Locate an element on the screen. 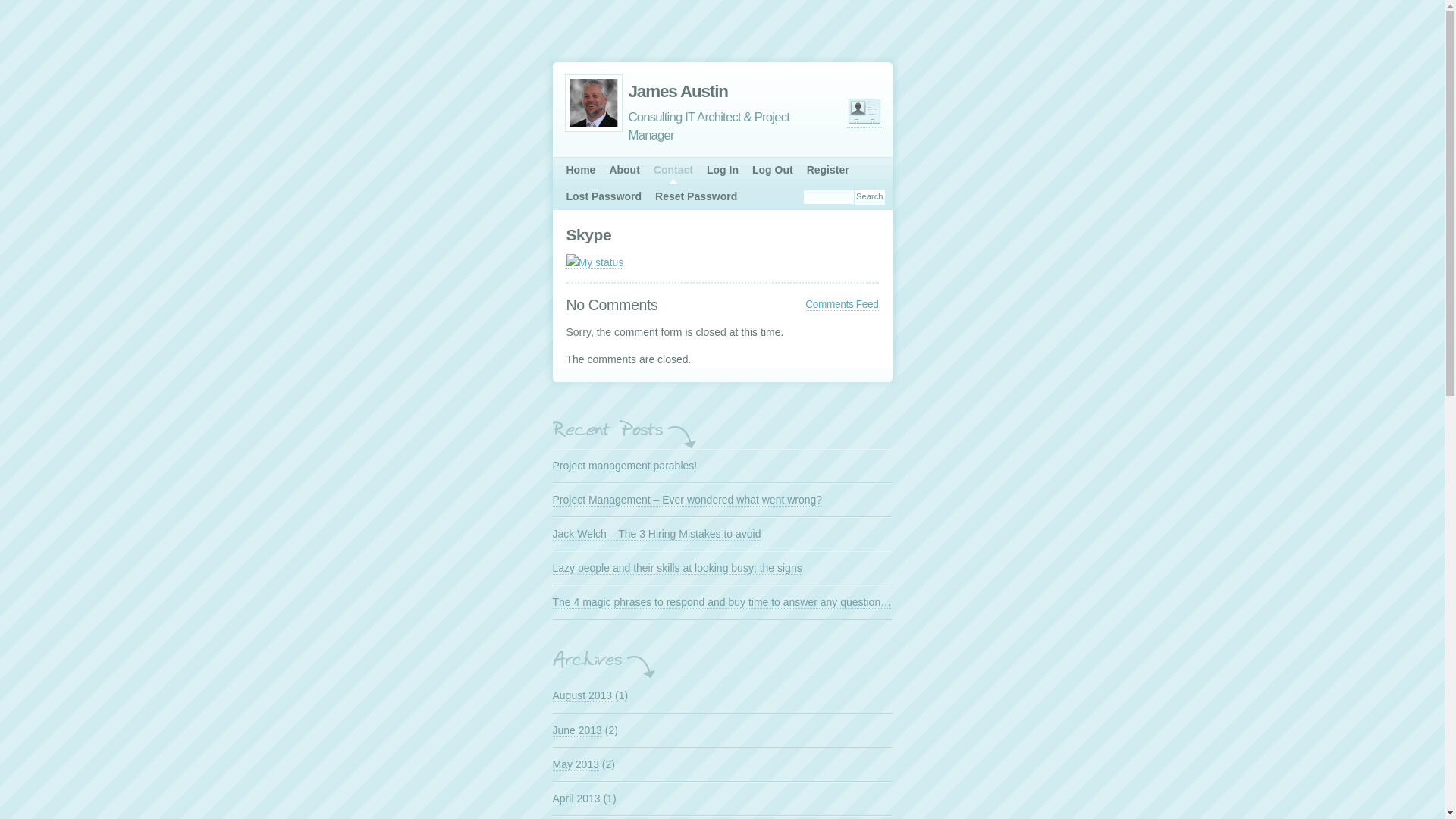 This screenshot has width=1456, height=819. 'June 2013' is located at coordinates (576, 729).